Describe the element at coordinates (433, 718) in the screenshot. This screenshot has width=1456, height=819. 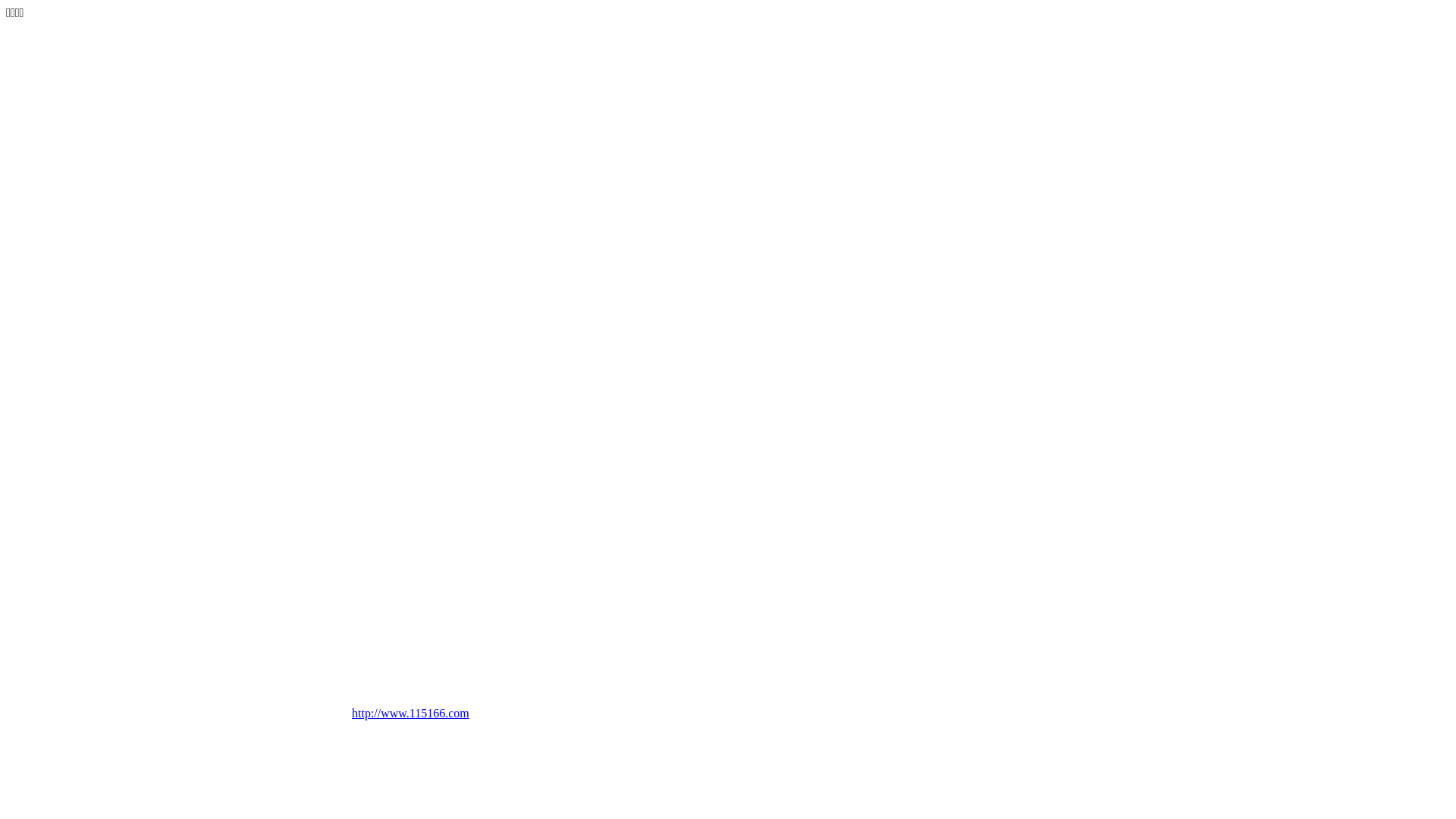
I see `'http://www.115166.com'` at that location.